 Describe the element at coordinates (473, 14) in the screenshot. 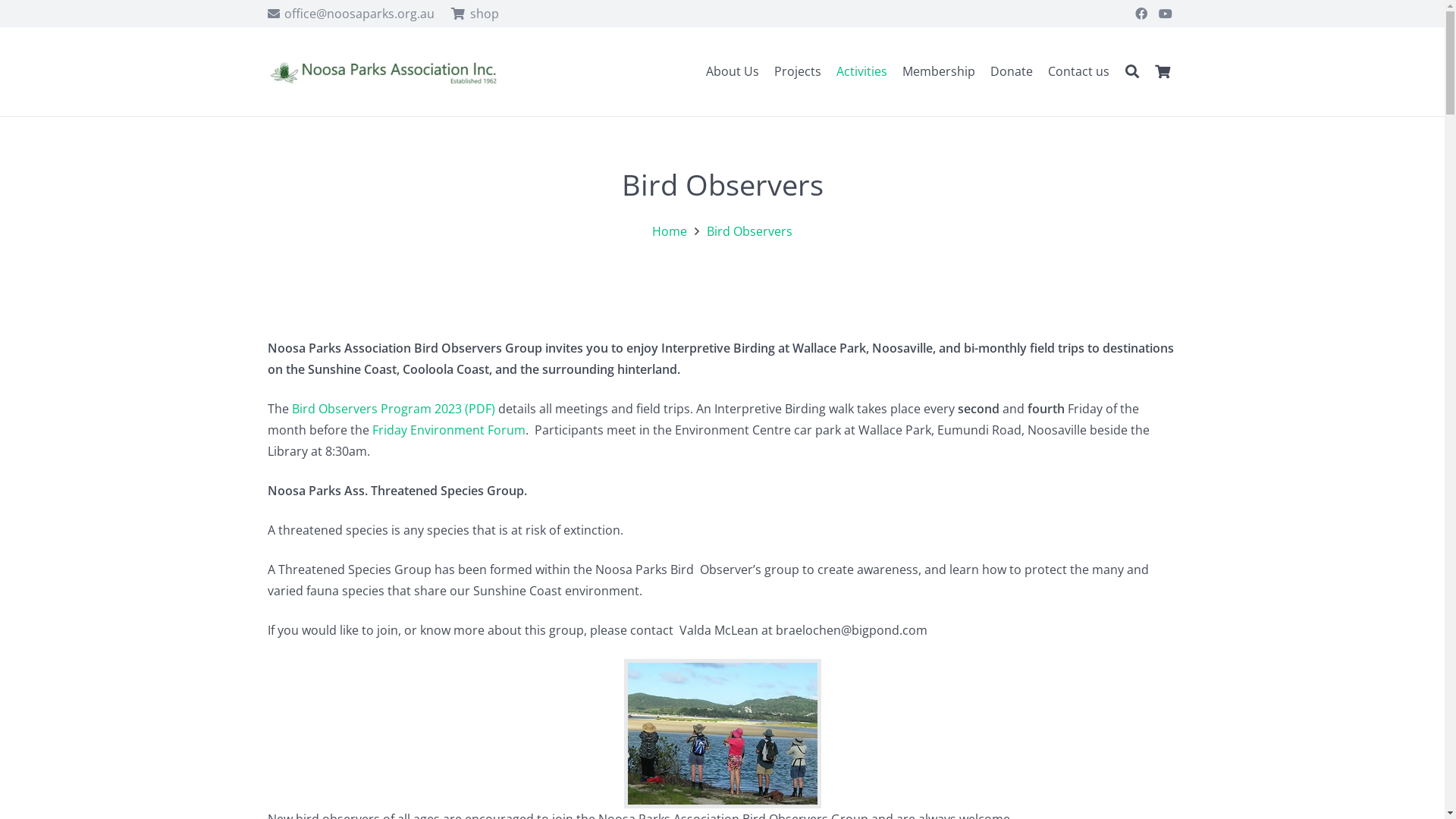

I see `'shop'` at that location.